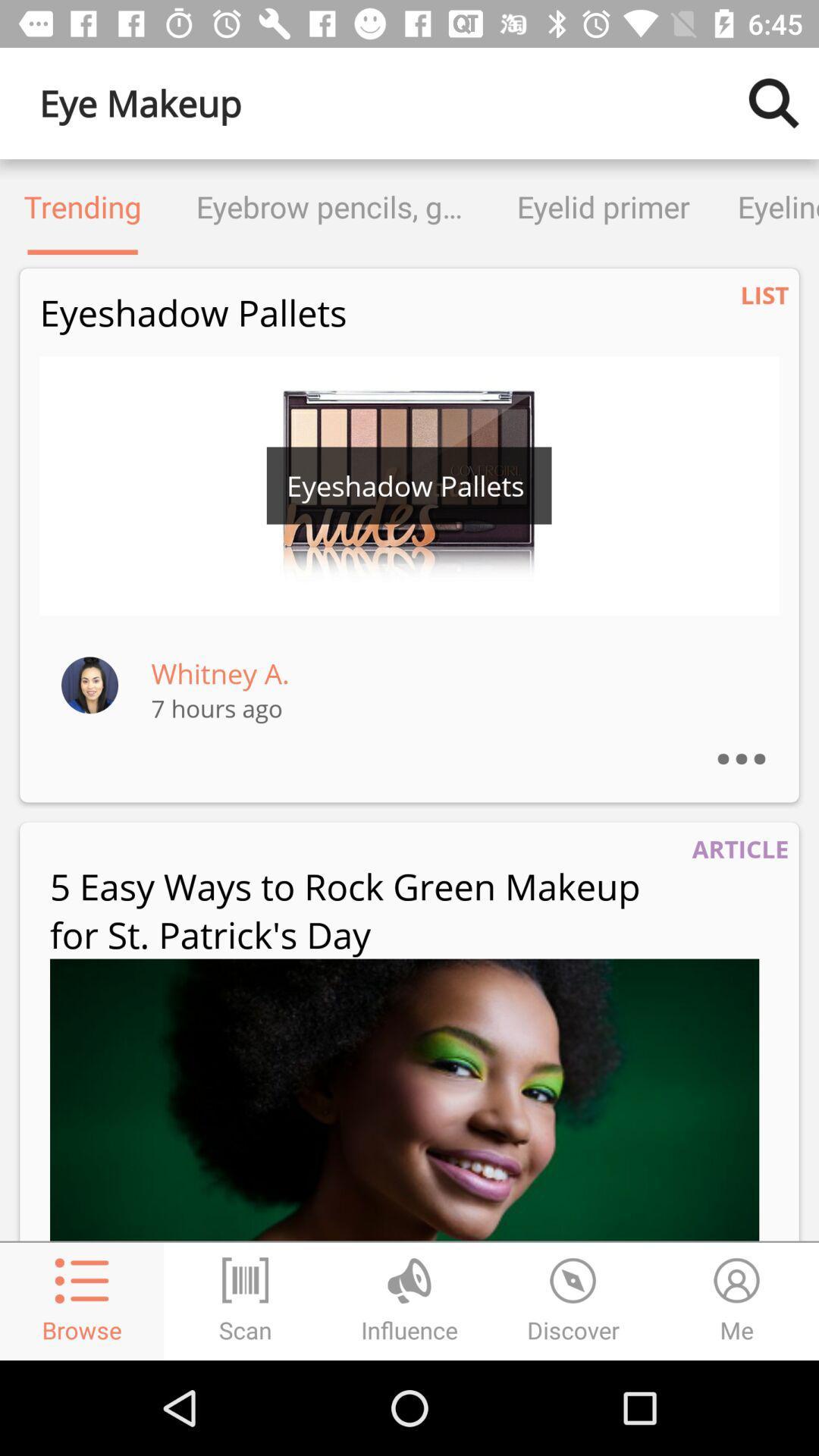 This screenshot has height=1456, width=819. I want to click on the globe icon, so click(409, 1301).